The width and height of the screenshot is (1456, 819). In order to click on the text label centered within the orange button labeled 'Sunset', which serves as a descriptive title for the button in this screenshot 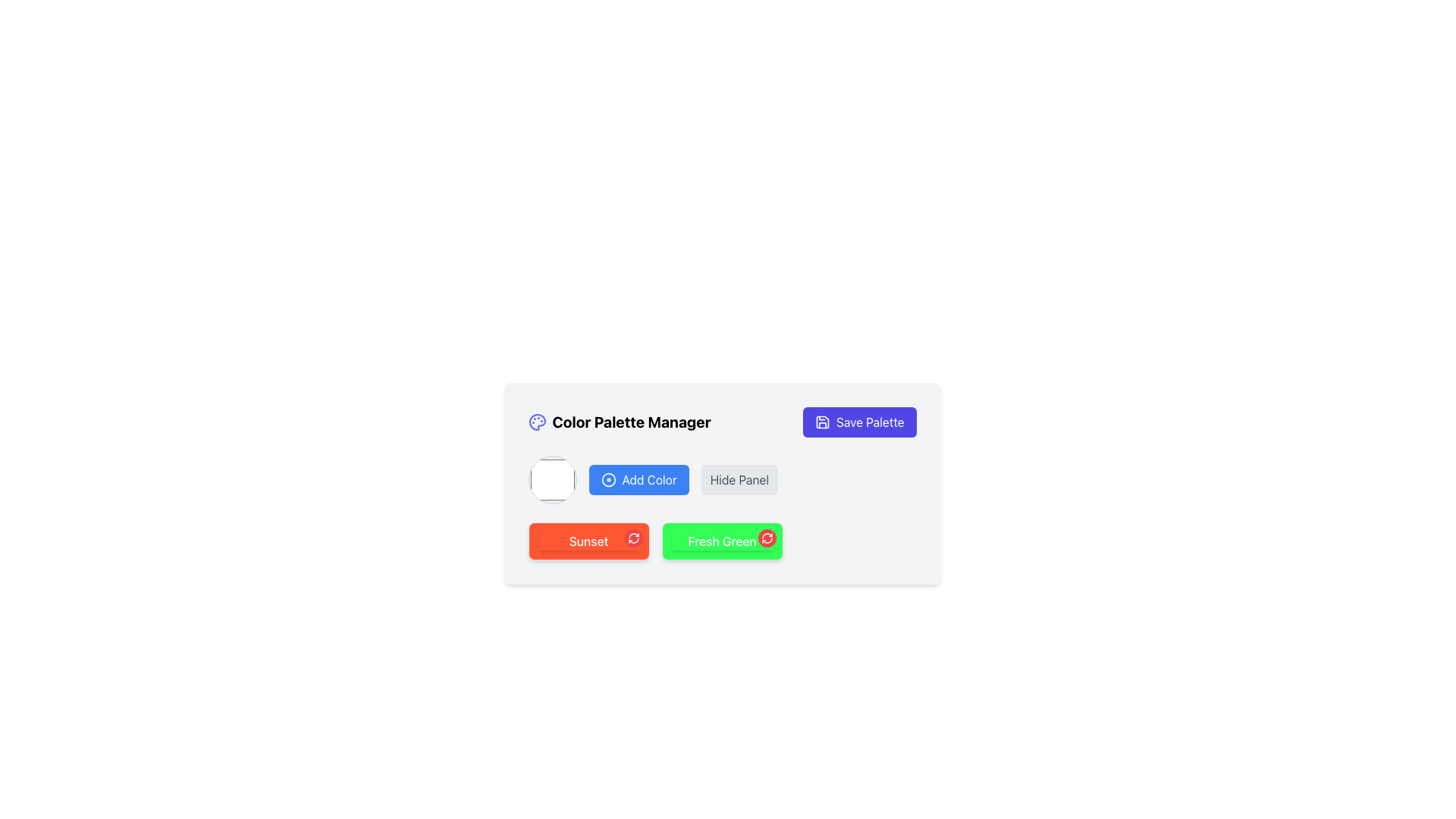, I will do `click(588, 540)`.